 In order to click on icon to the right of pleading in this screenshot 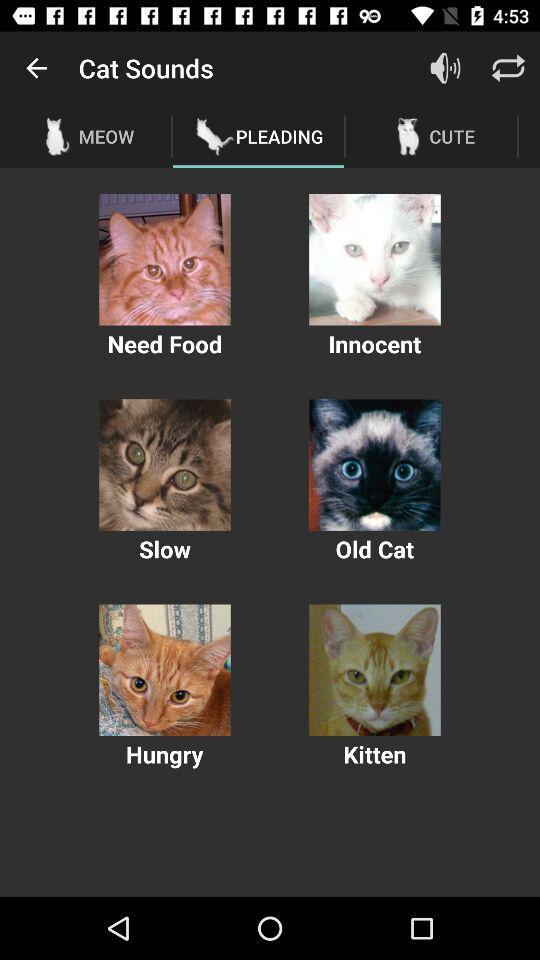, I will do `click(445, 68)`.